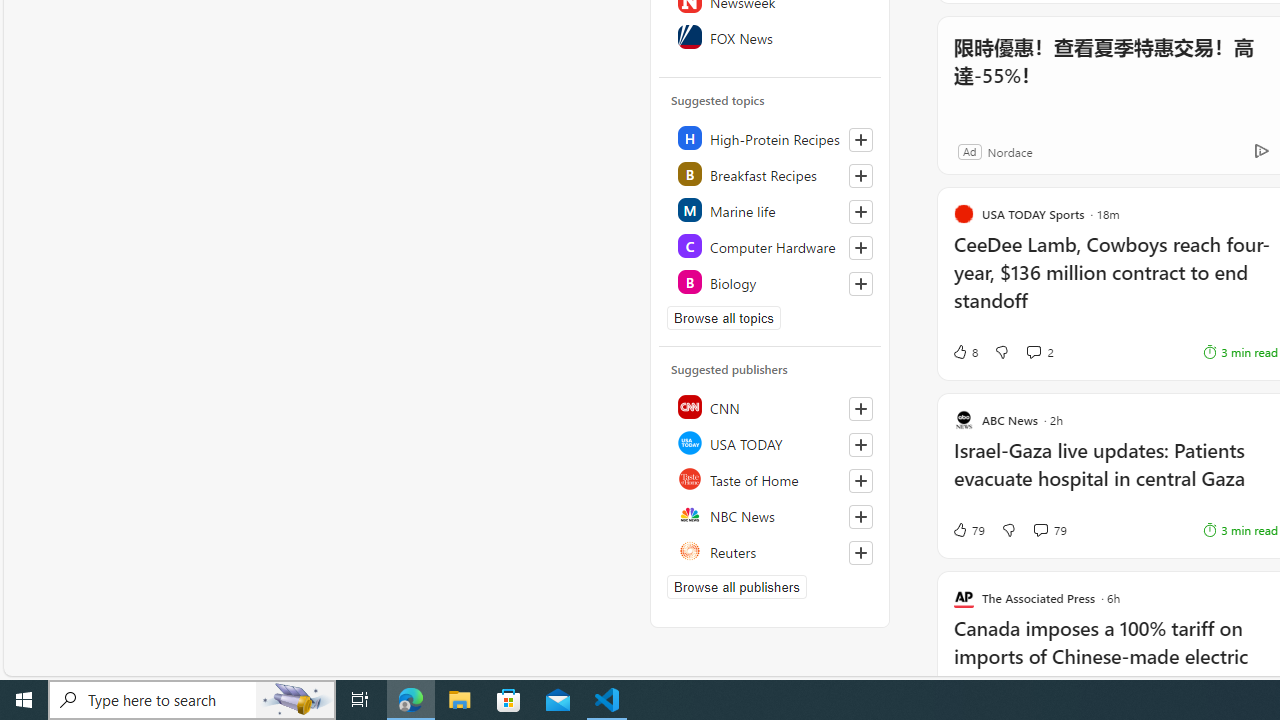 The width and height of the screenshot is (1280, 720). What do you see at coordinates (770, 37) in the screenshot?
I see `'FOX News'` at bounding box center [770, 37].